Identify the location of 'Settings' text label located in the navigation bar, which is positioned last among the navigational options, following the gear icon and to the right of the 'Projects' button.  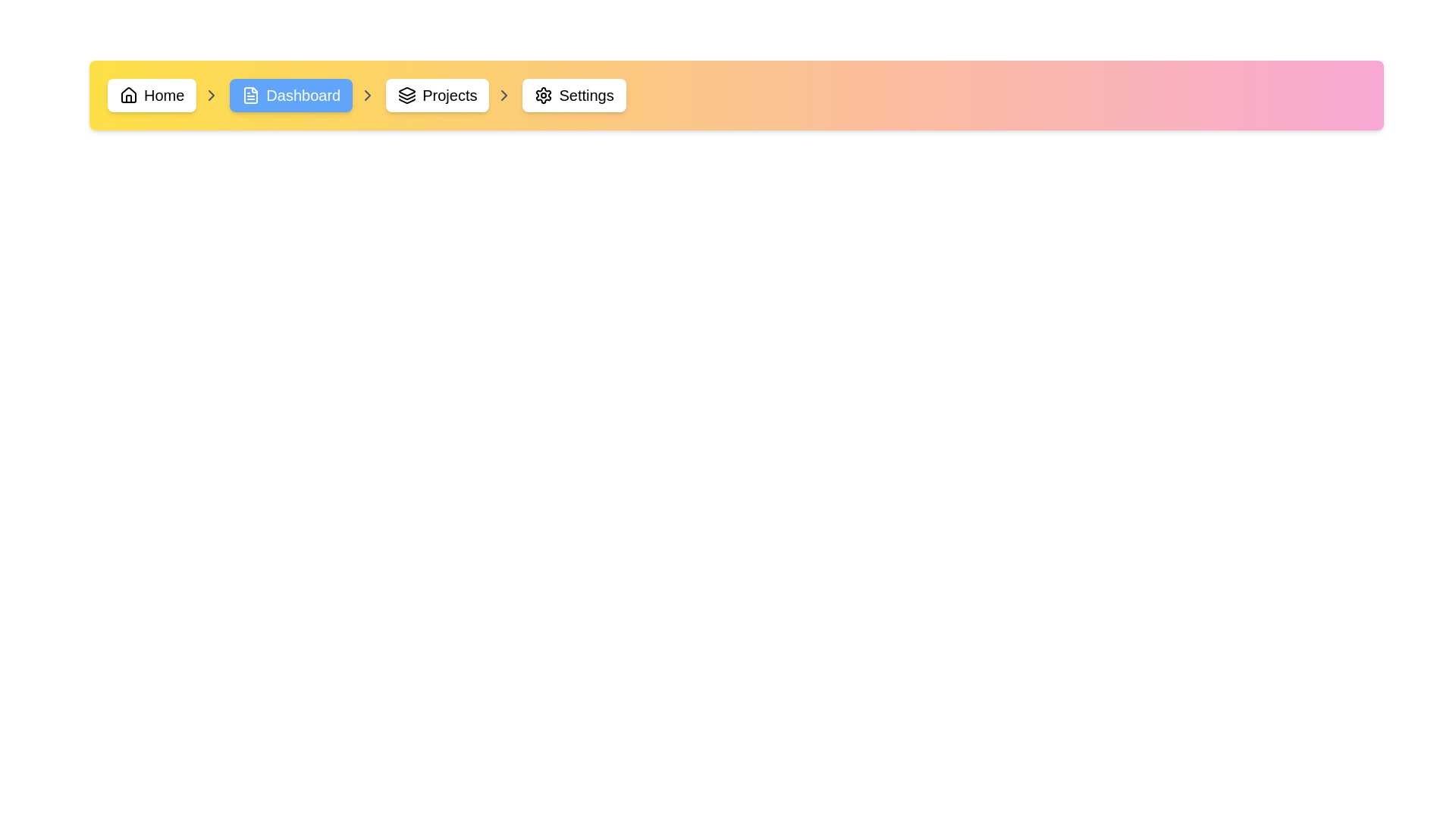
(585, 96).